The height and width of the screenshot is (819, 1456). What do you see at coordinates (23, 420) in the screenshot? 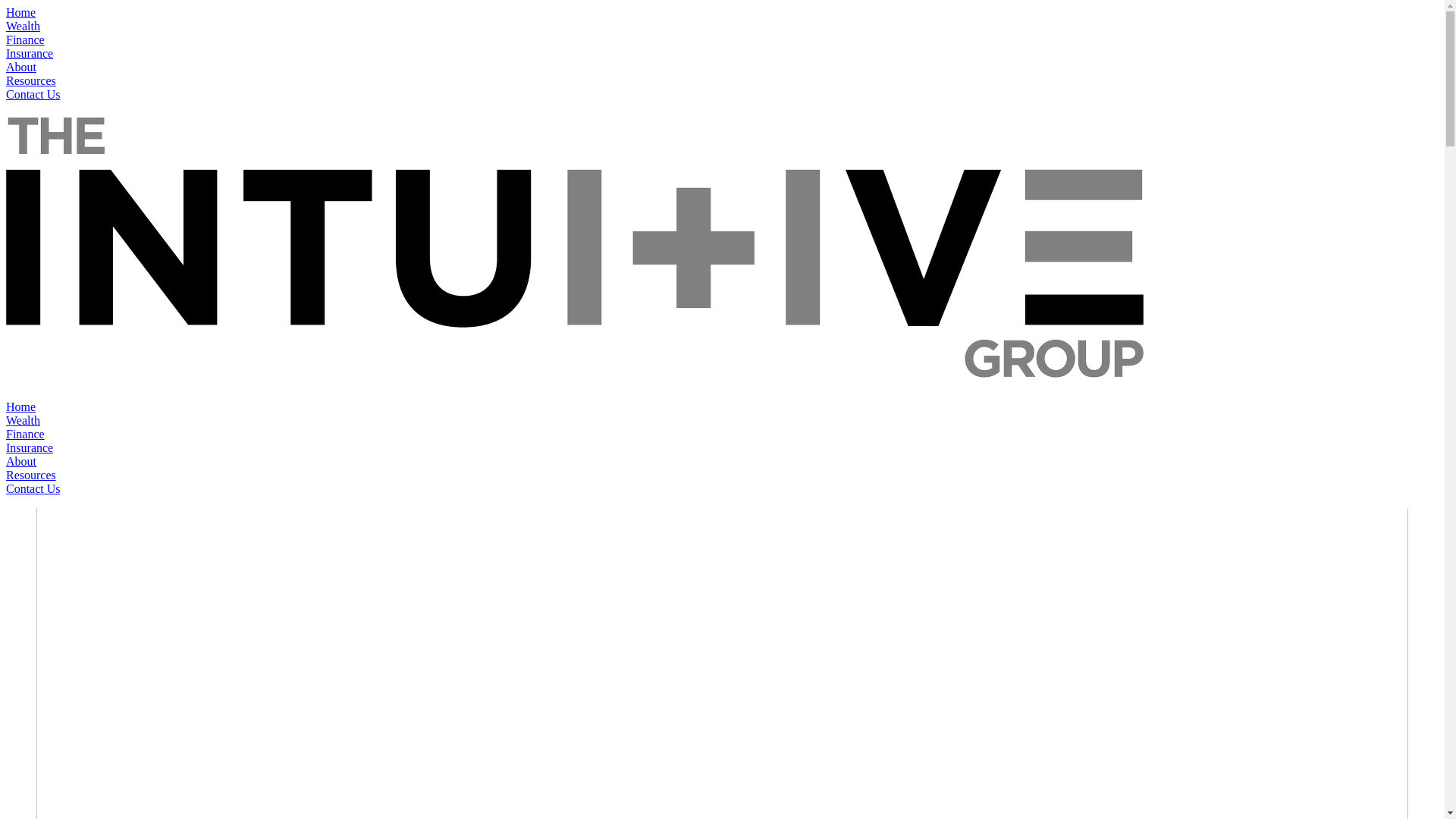
I see `'Wealth'` at bounding box center [23, 420].